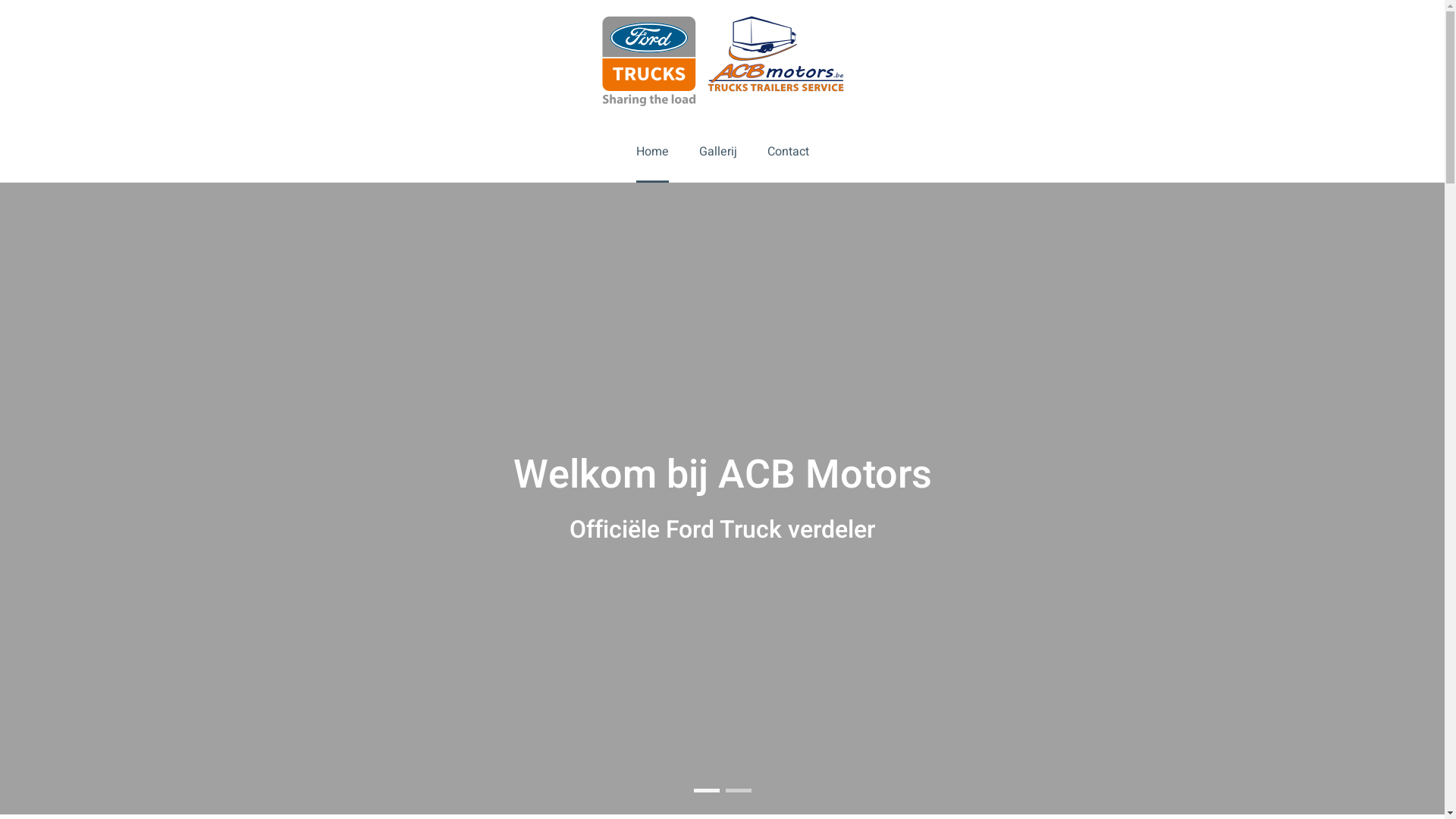 Image resolution: width=1456 pixels, height=819 pixels. Describe the element at coordinates (692, 789) in the screenshot. I see `'Welkom bij ACB Motors'` at that location.